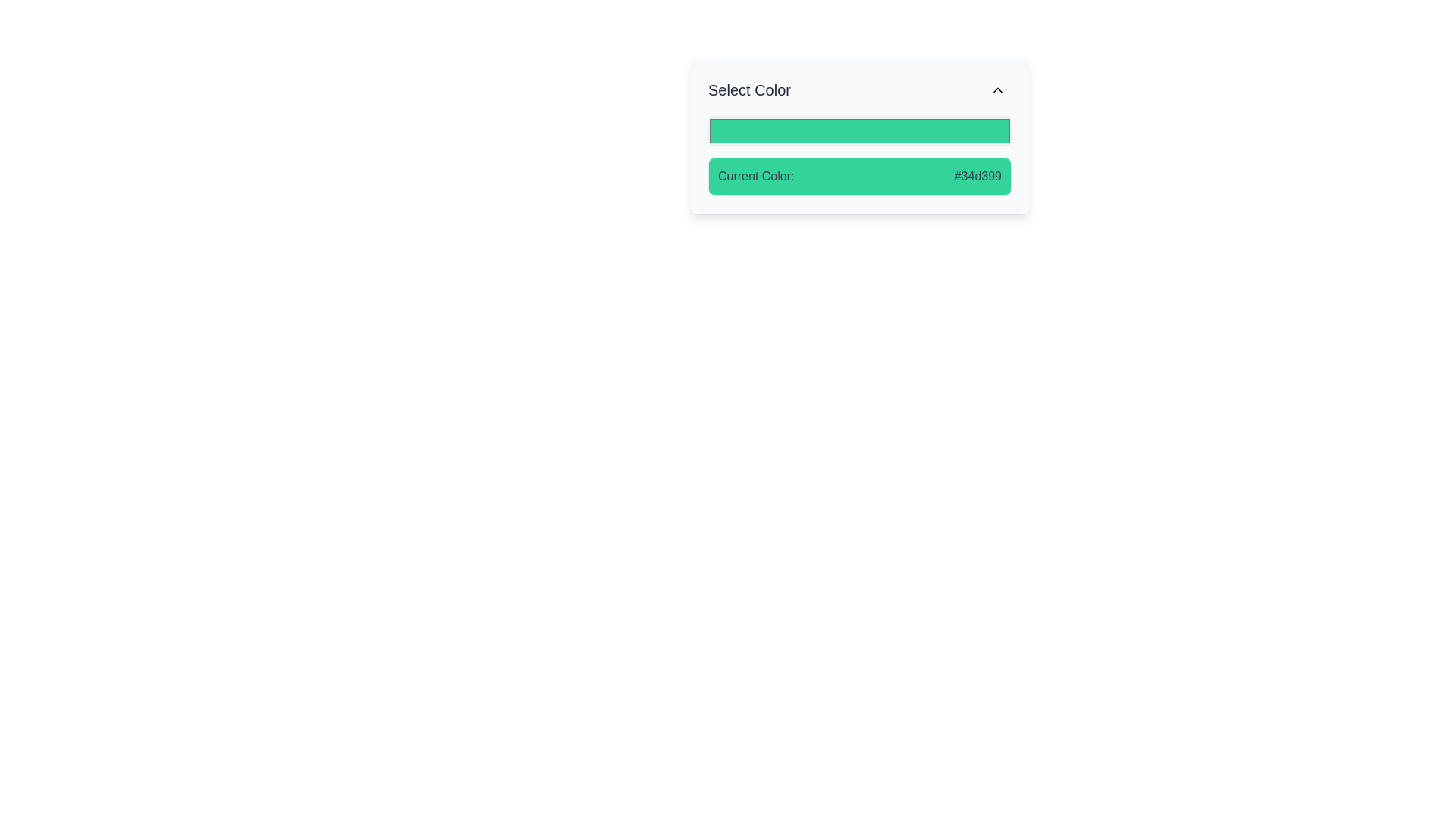 This screenshot has height=819, width=1456. What do you see at coordinates (977, 175) in the screenshot?
I see `the text displaying the color code '#34d399' located on the right side of the 'Current Color:' label within a light green card under the 'Select Color' dropdown panel` at bounding box center [977, 175].